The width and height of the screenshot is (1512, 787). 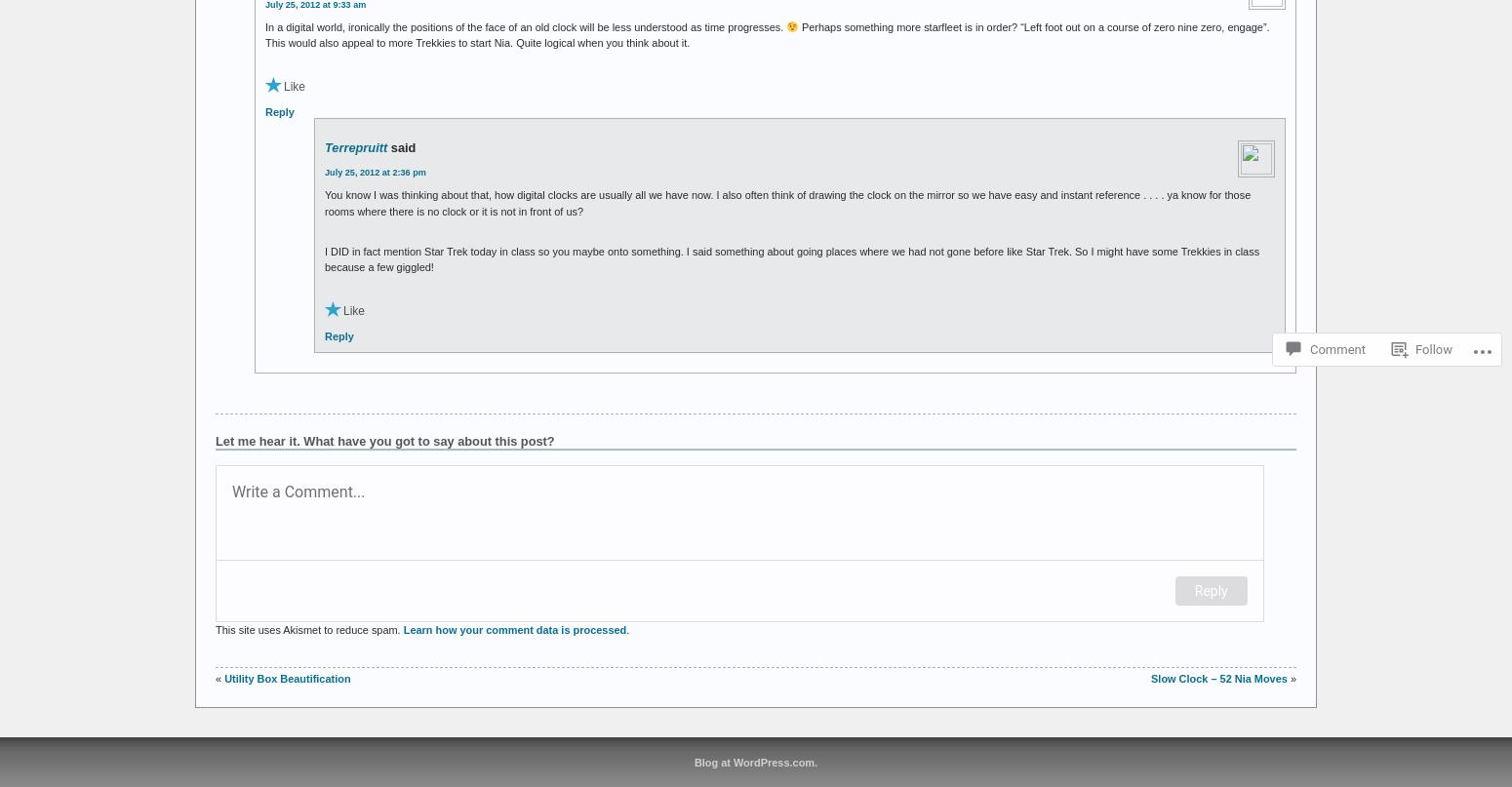 I want to click on 'Follow', so click(x=1432, y=349).